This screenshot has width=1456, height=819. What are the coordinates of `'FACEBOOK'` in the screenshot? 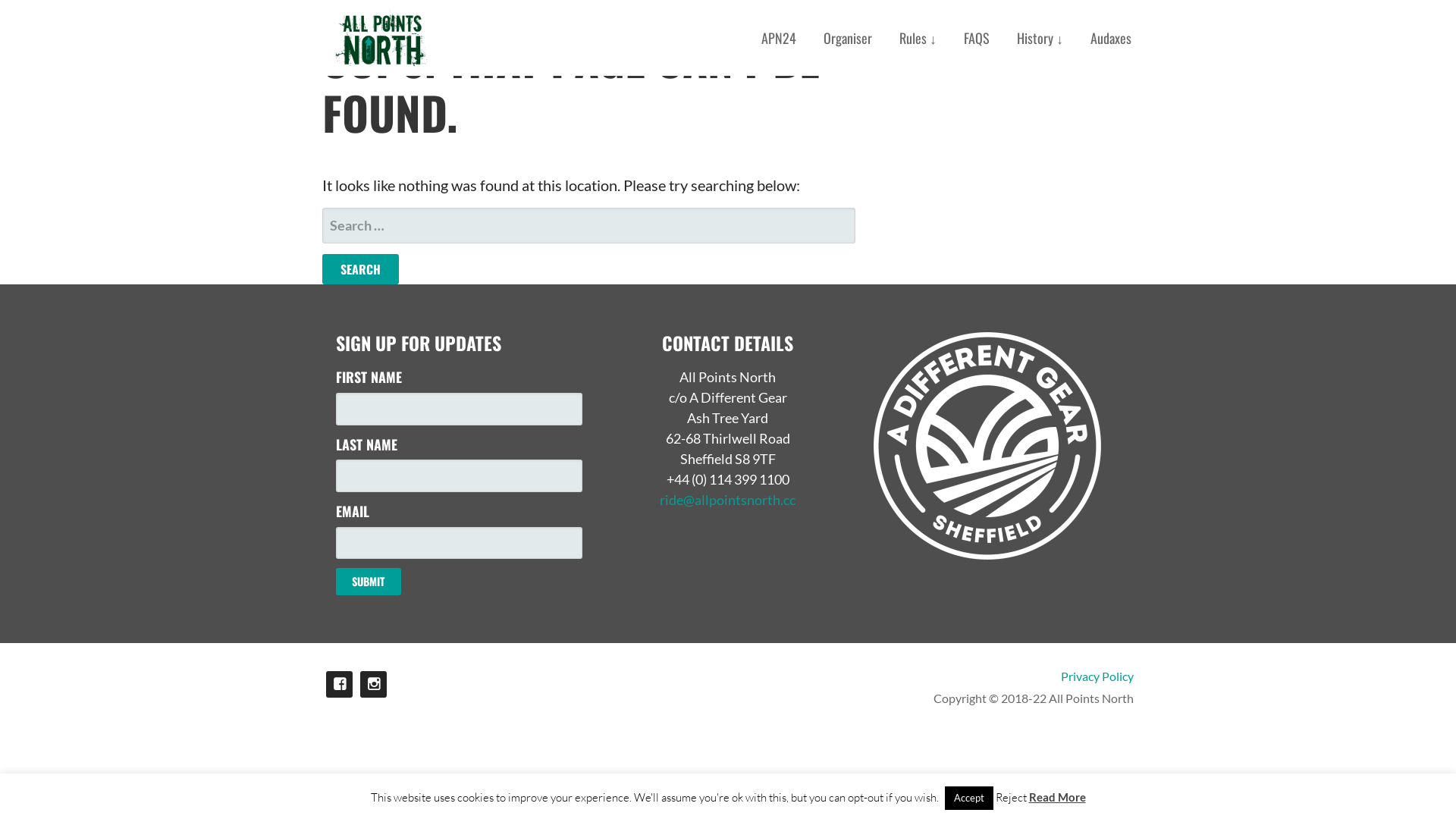 It's located at (338, 684).